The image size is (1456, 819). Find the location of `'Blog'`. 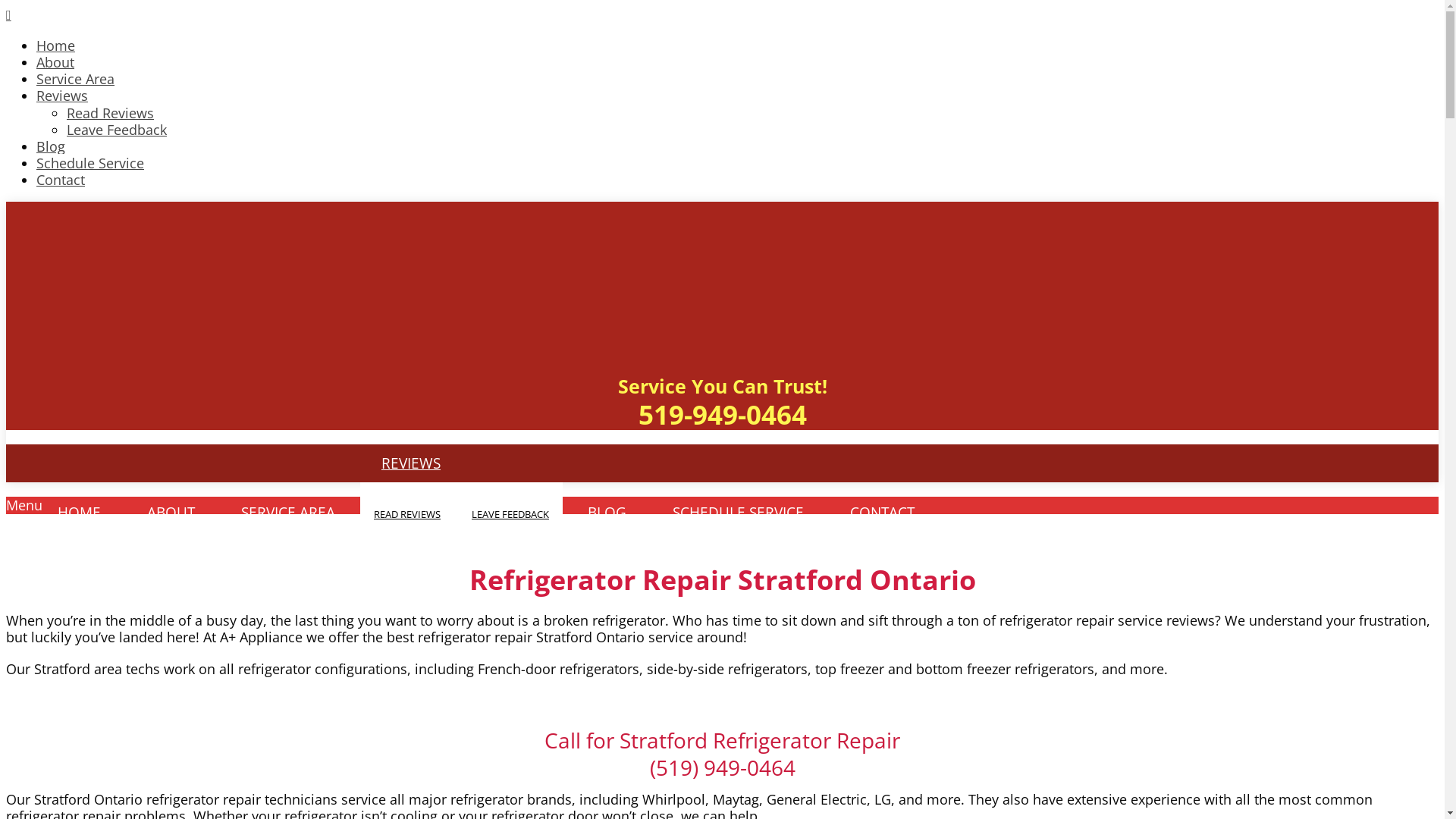

'Blog' is located at coordinates (36, 146).